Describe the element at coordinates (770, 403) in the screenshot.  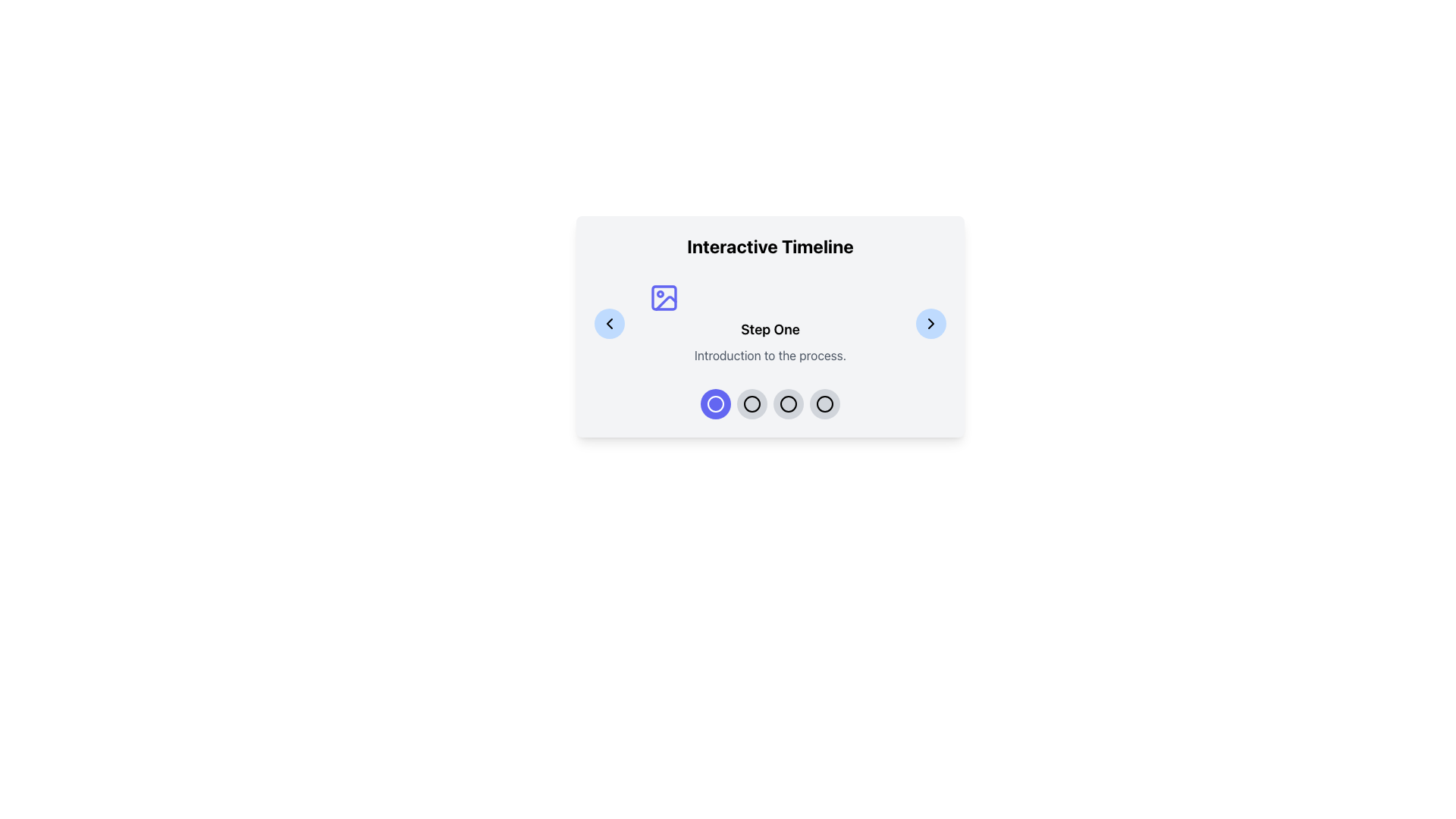
I see `the progress indicator or stepper component located at the bottom of the 'Interactive Timeline' card` at that location.